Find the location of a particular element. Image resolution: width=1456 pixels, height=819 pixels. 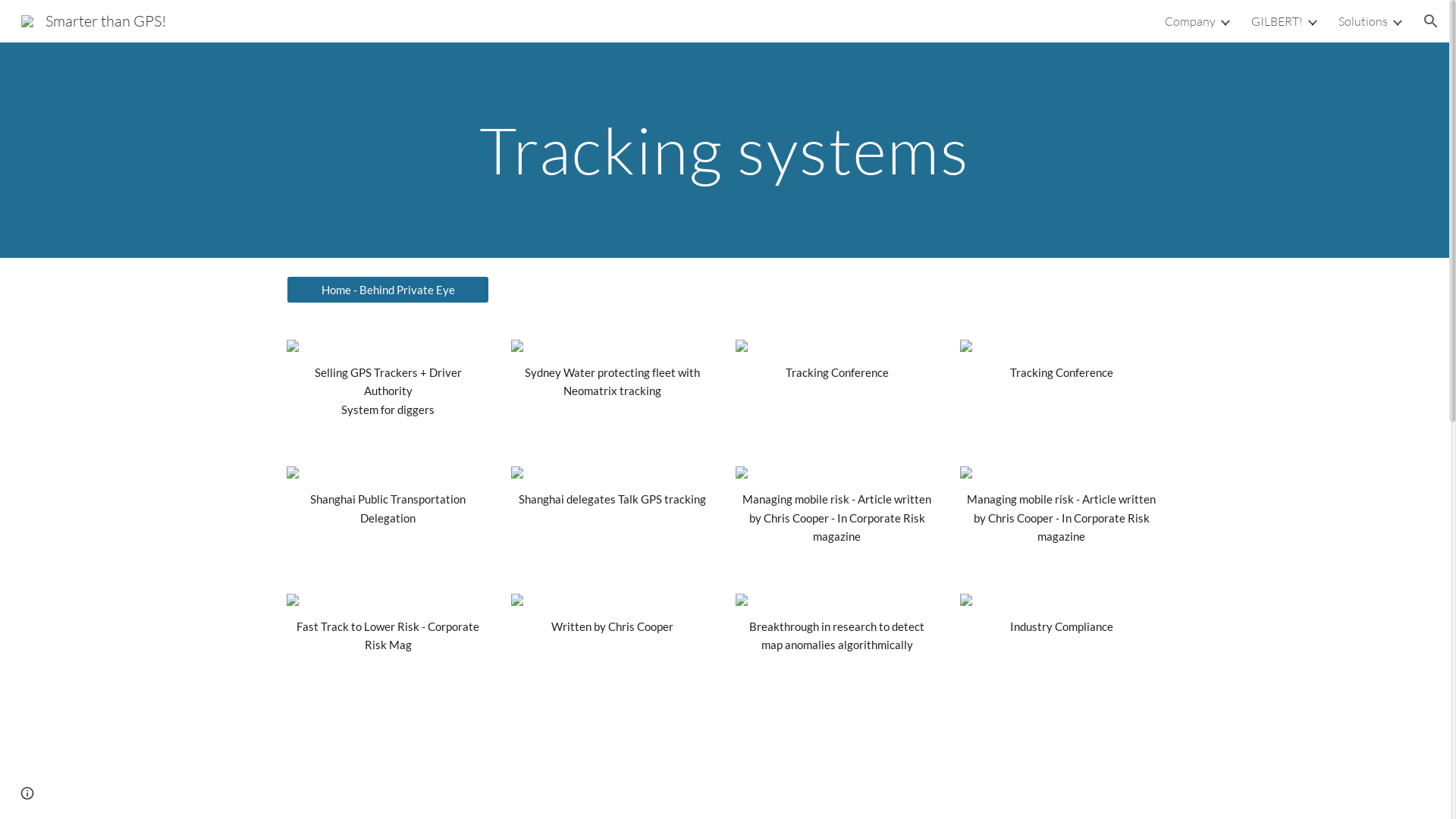

'Expand/Collapse' is located at coordinates (1224, 20).